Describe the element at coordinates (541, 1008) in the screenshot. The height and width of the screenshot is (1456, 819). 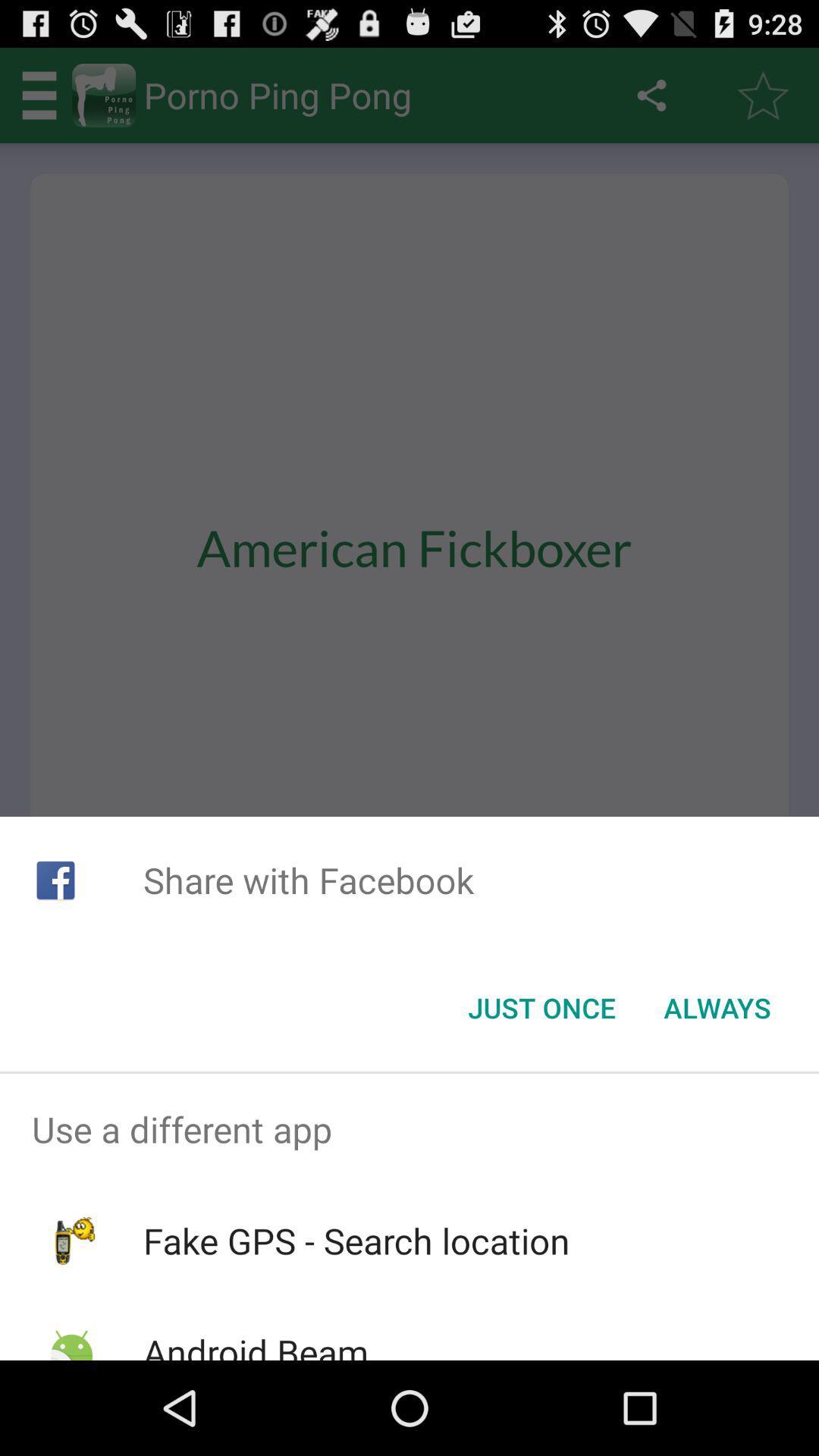
I see `item below the share with facebook icon` at that location.